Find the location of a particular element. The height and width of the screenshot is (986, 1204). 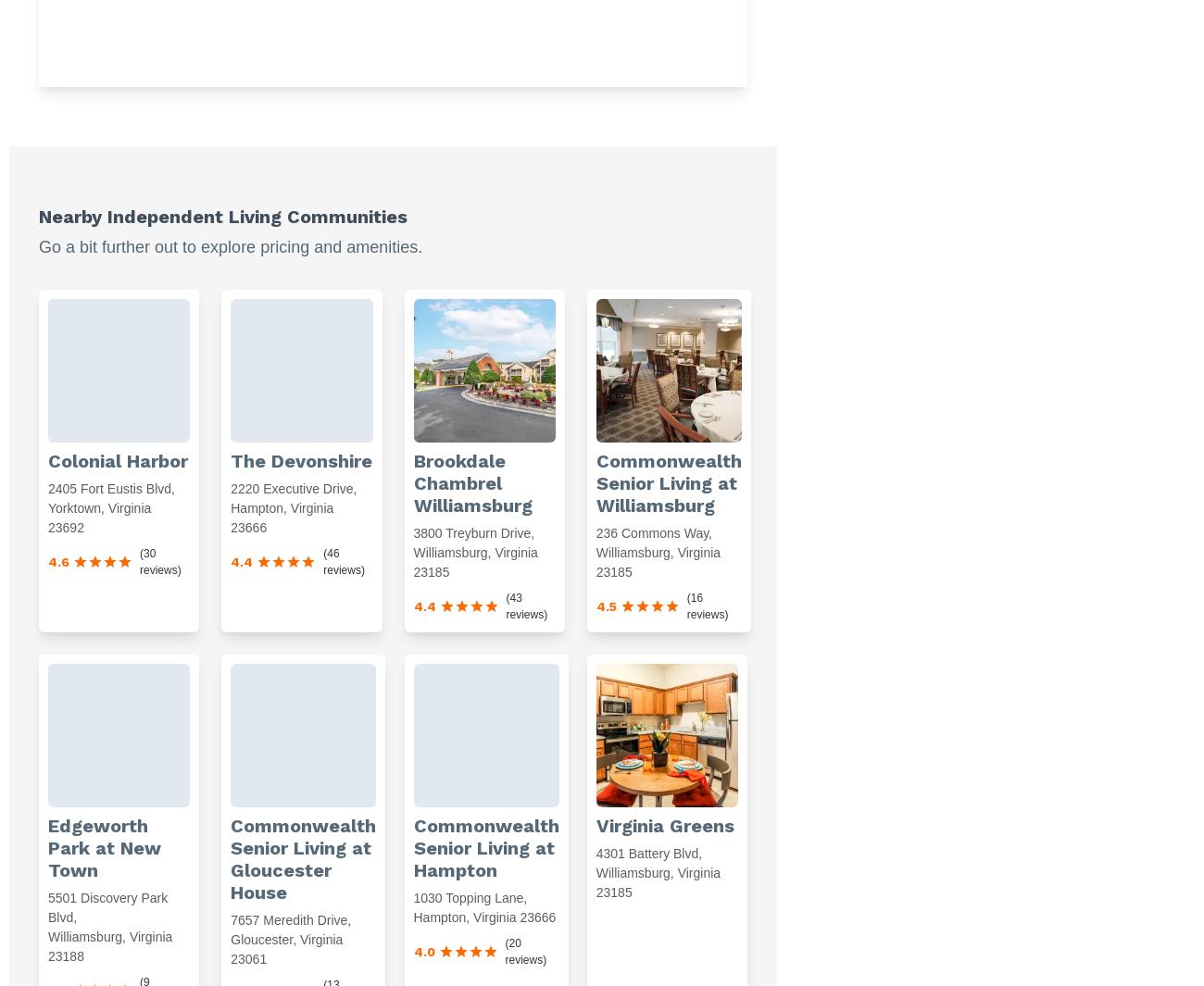

'4.0' is located at coordinates (422, 952).